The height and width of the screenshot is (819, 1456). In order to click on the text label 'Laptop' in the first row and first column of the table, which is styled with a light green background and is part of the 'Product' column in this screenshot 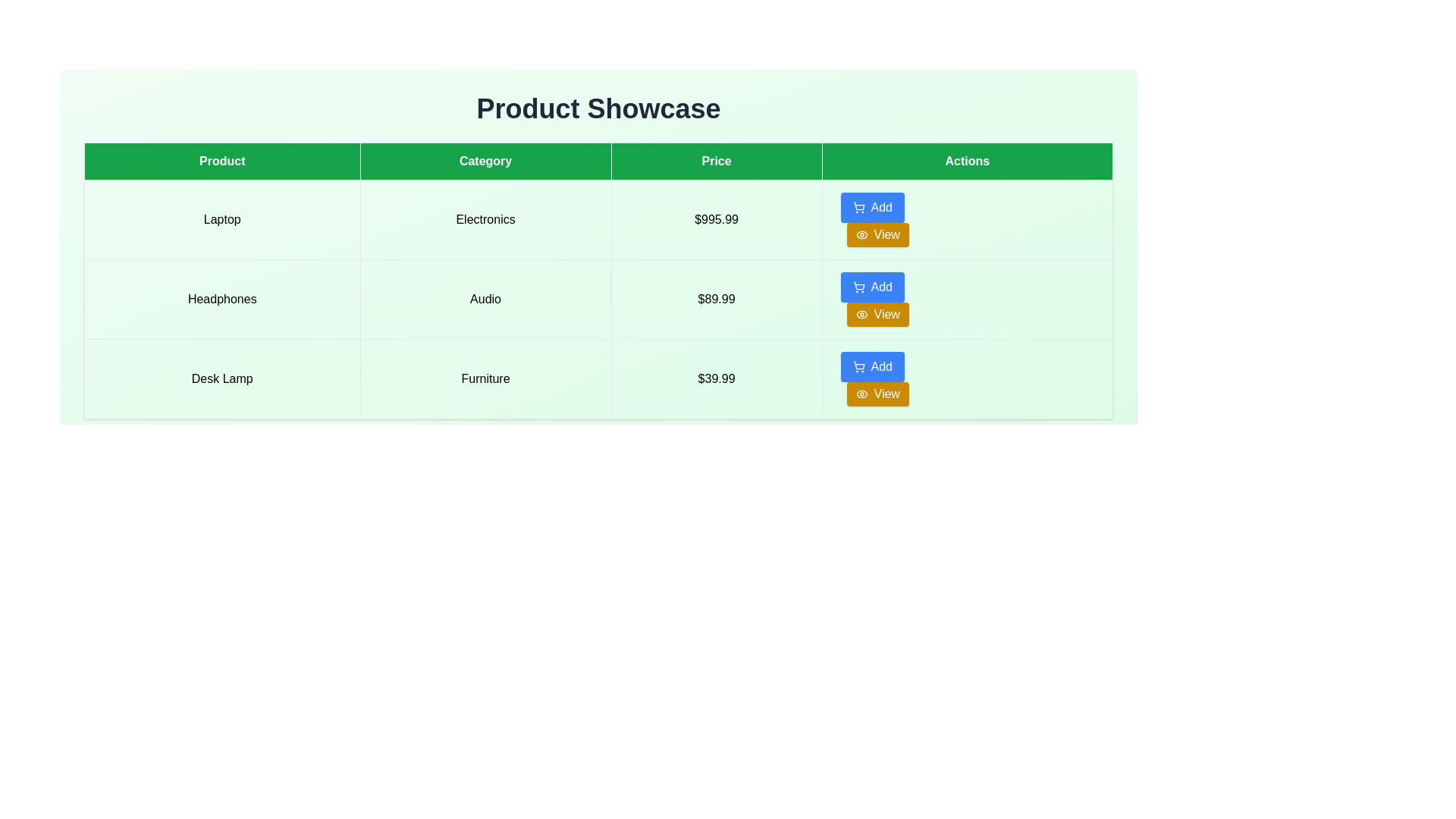, I will do `click(221, 219)`.